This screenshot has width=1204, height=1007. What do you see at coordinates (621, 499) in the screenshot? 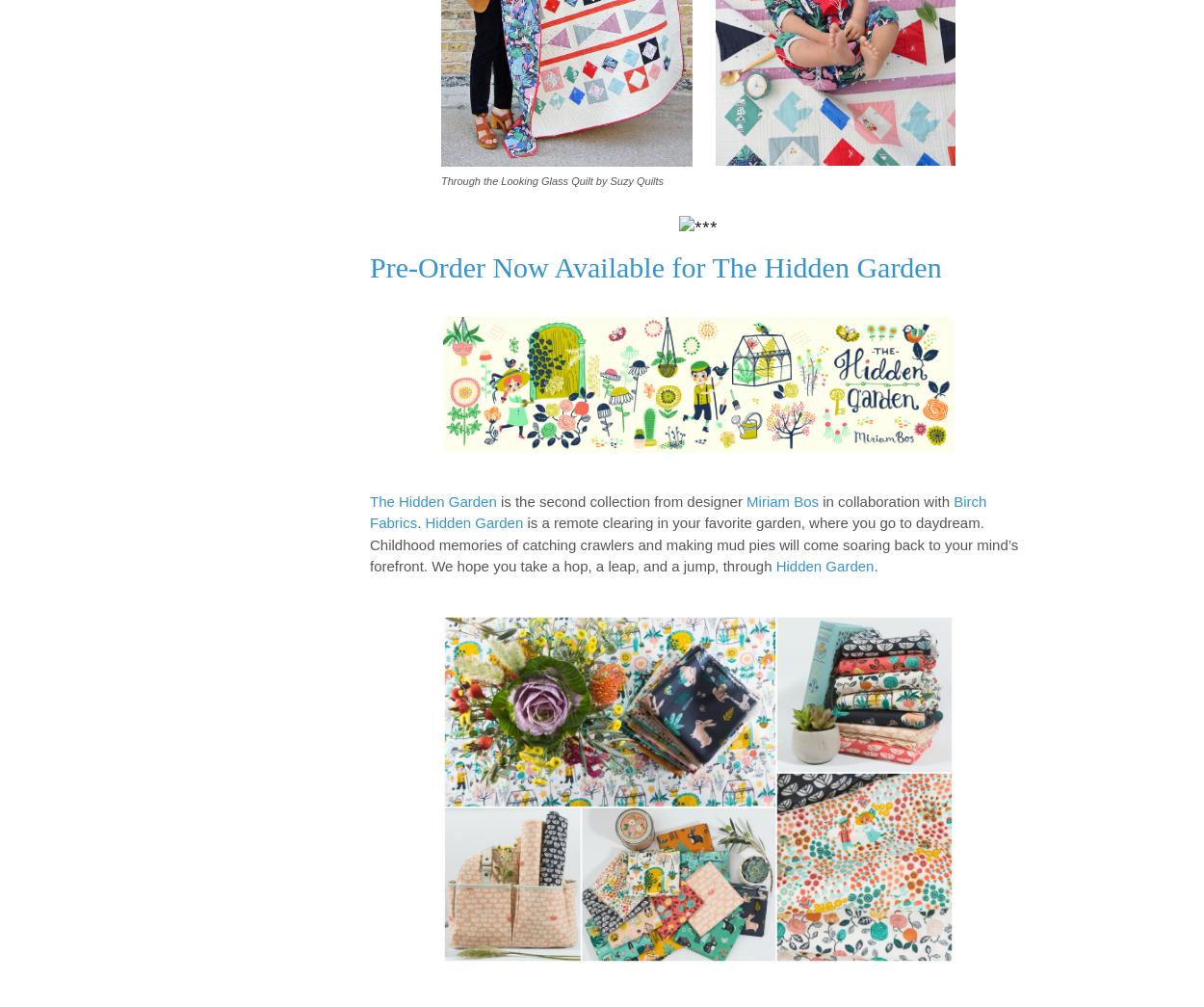
I see `'is the second collection from designer'` at bounding box center [621, 499].